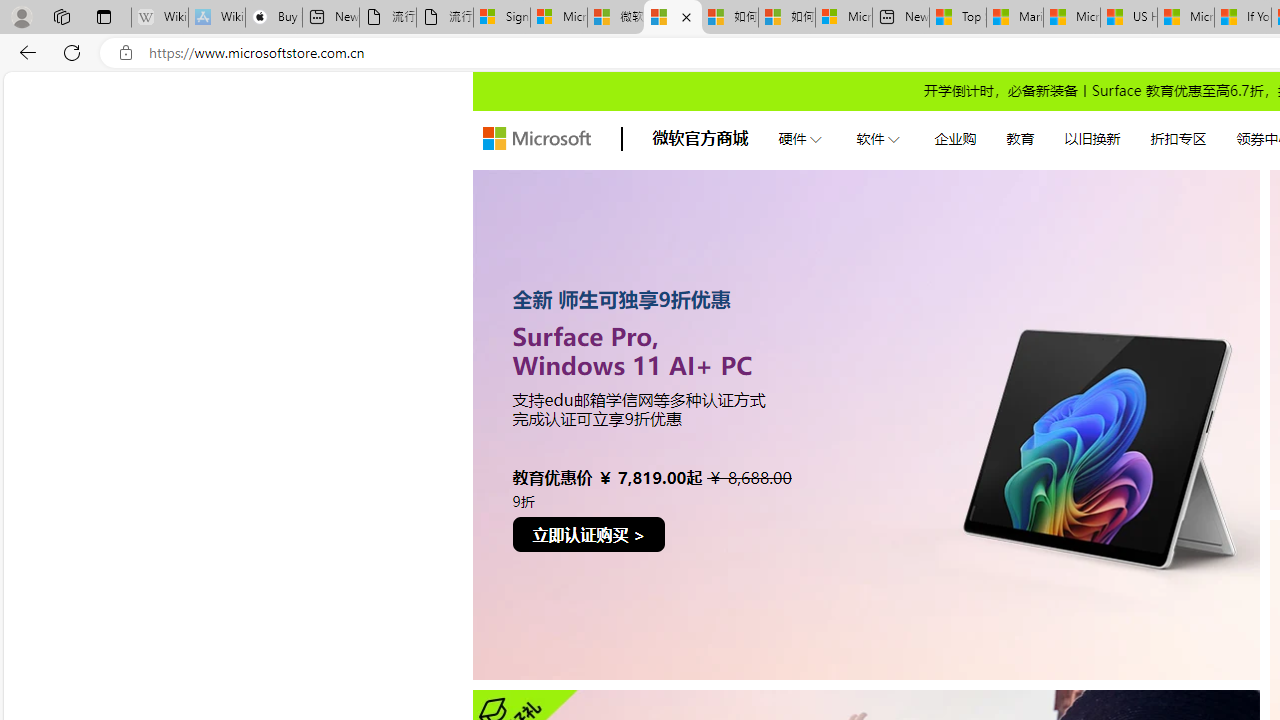 Image resolution: width=1280 pixels, height=720 pixels. What do you see at coordinates (536, 137) in the screenshot?
I see `'store logo'` at bounding box center [536, 137].